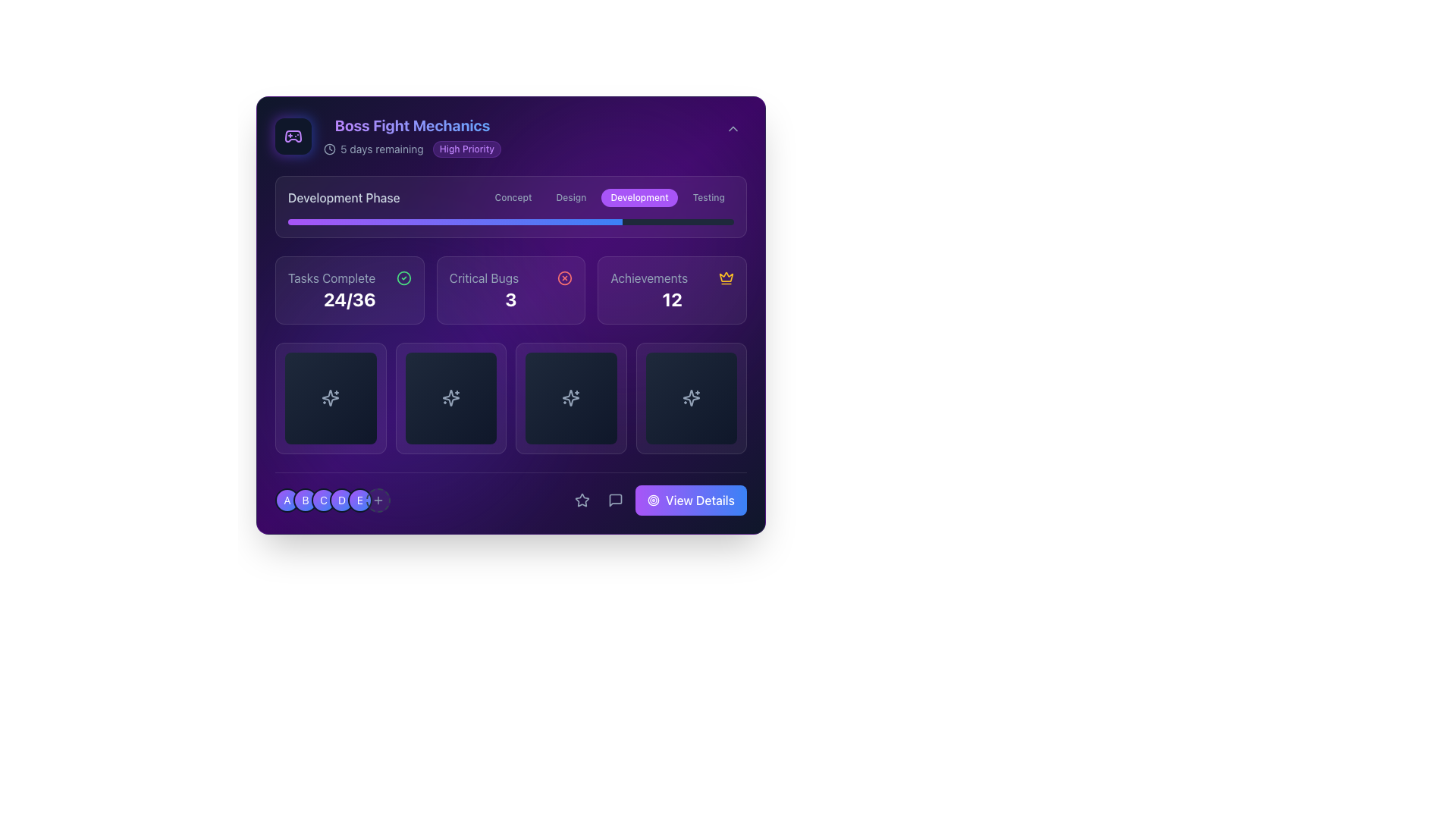  I want to click on the star icon button located at the bottom edge of the card interface used for marking items as favorites, so click(582, 500).